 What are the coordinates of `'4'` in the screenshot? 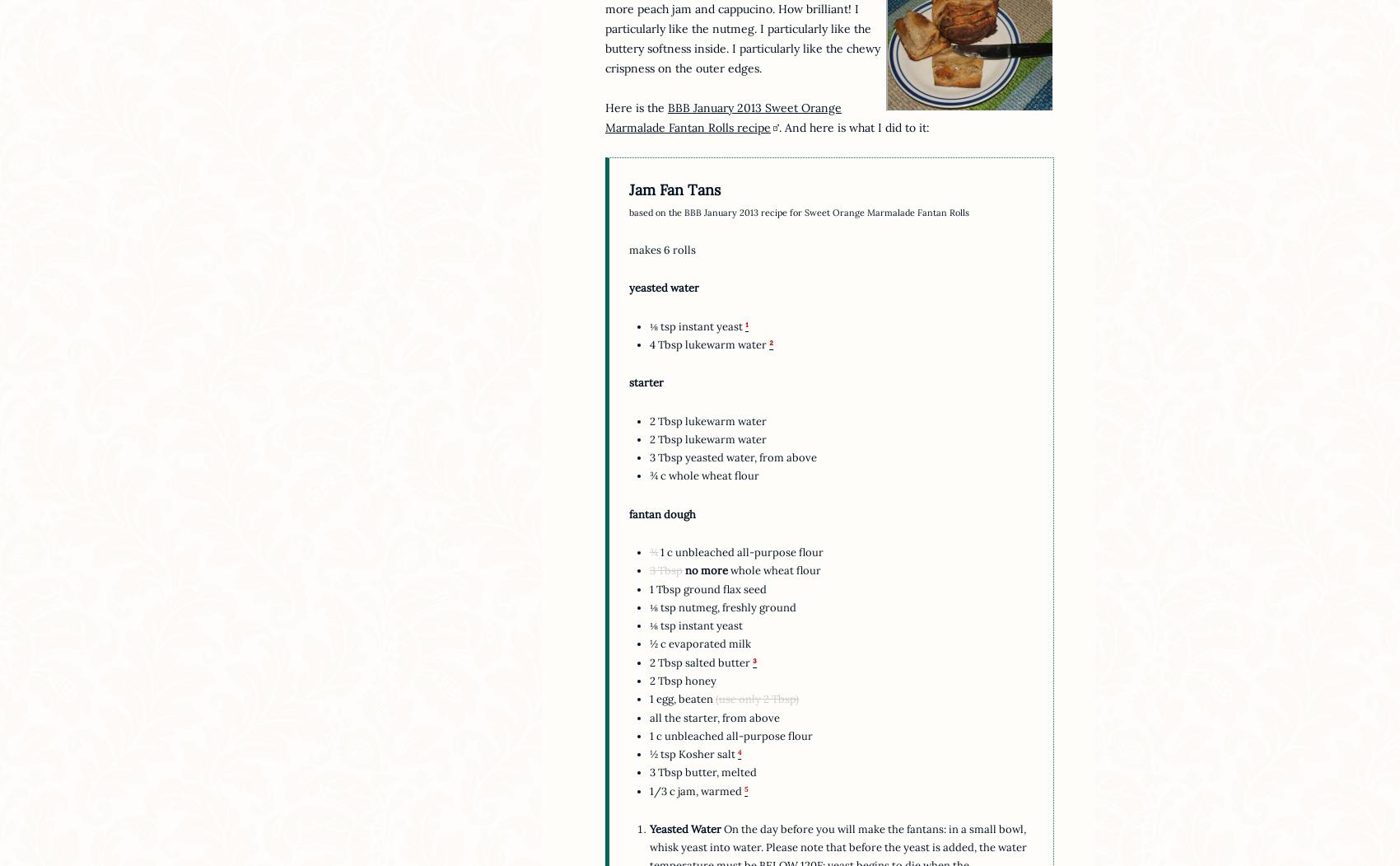 It's located at (739, 752).